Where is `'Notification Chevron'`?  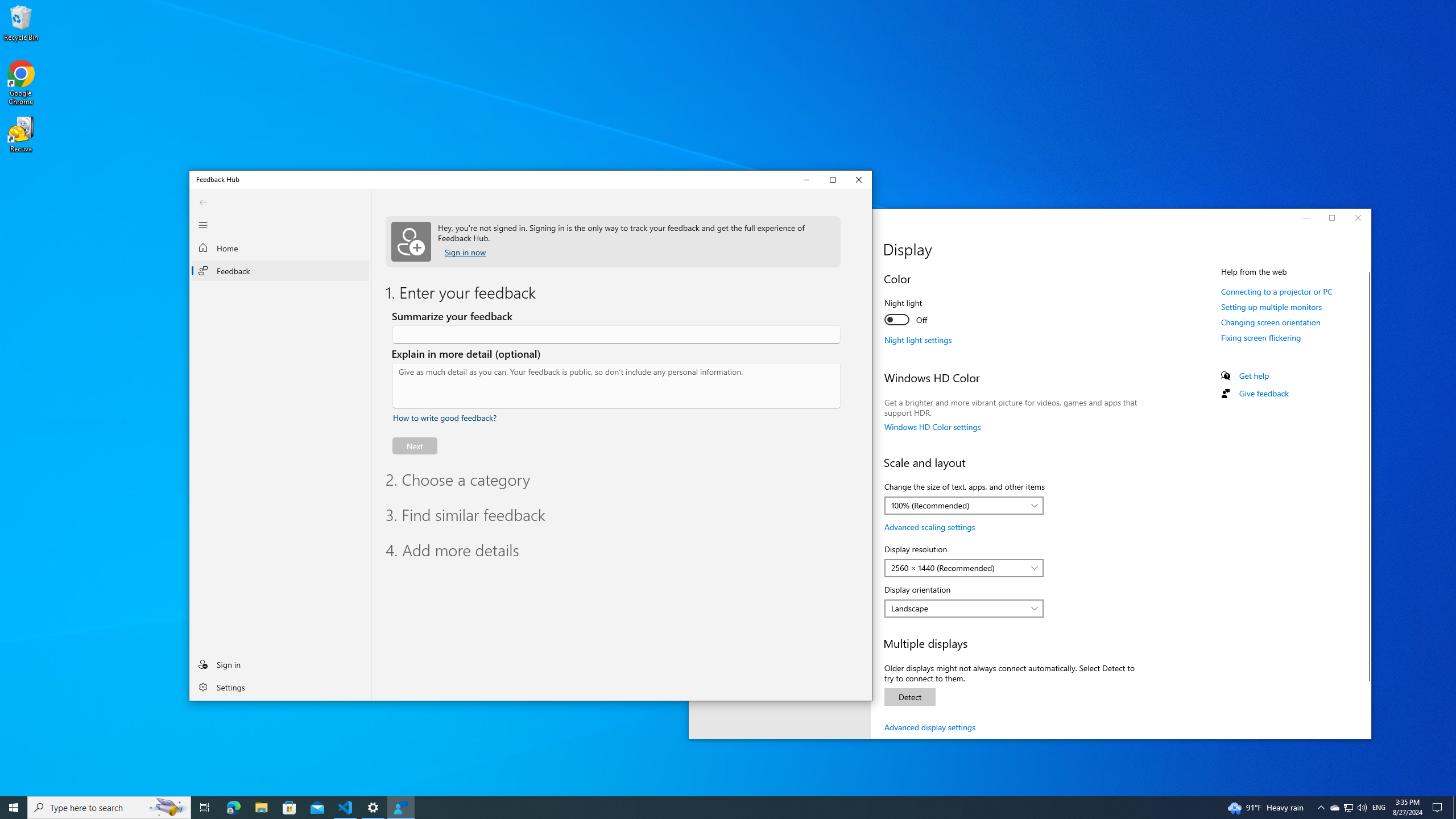
'Notification Chevron' is located at coordinates (1321, 806).